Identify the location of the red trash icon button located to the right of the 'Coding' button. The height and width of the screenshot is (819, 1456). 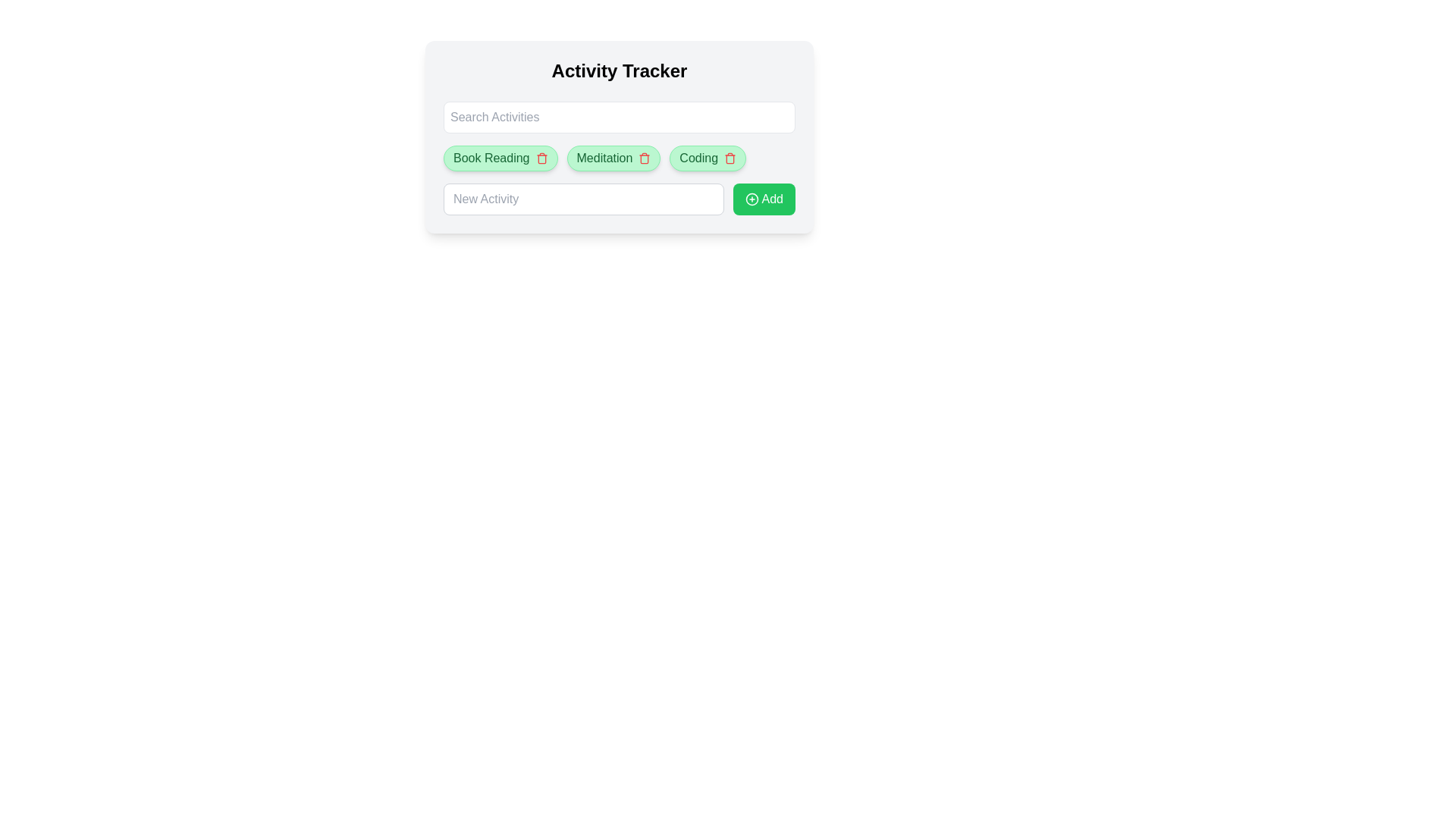
(730, 158).